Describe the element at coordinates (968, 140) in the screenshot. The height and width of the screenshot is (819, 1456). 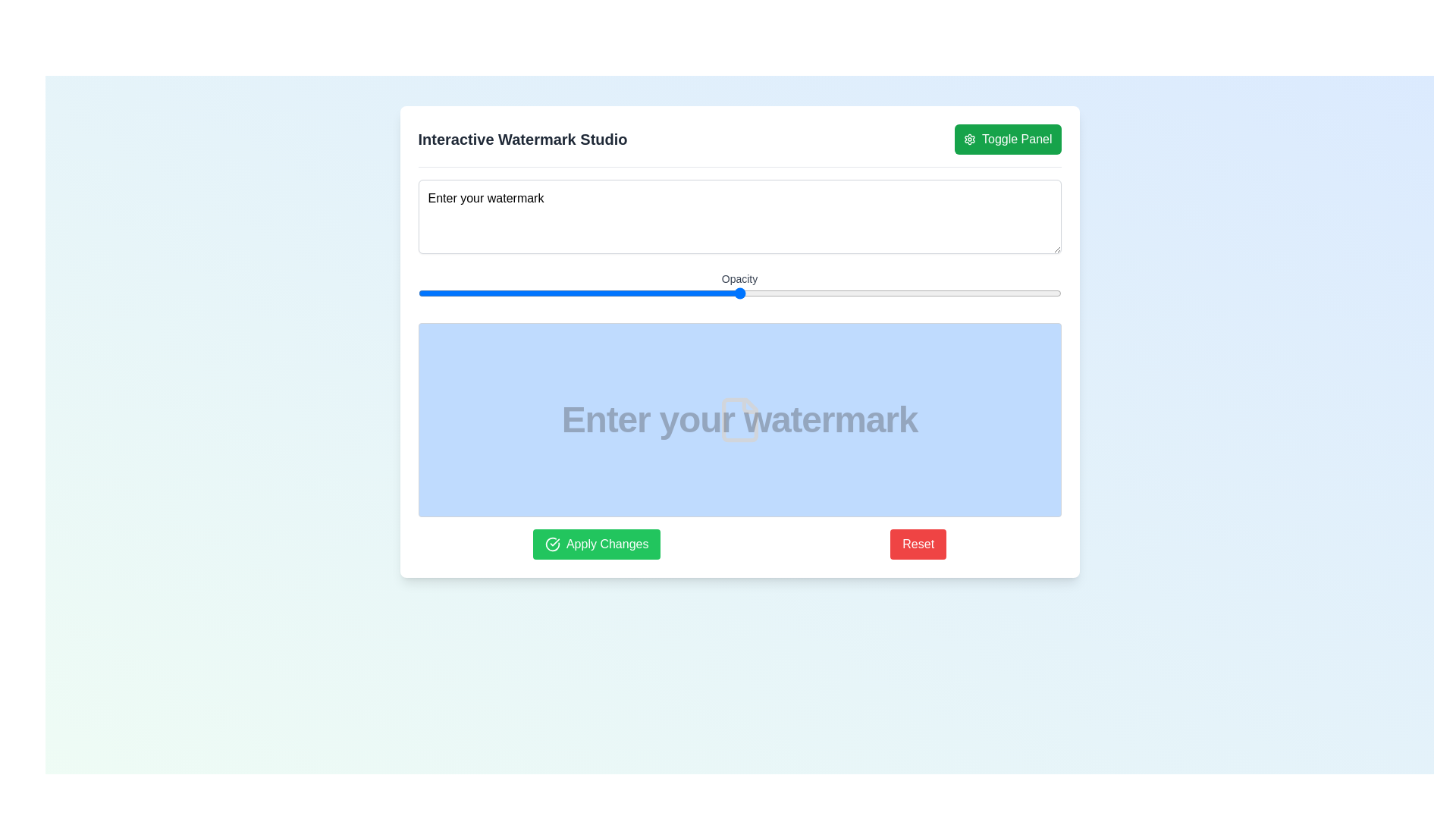
I see `the cogwheel icon located inside the green 'Toggle Panel' button in the top-right corner of the interface's main panel` at that location.